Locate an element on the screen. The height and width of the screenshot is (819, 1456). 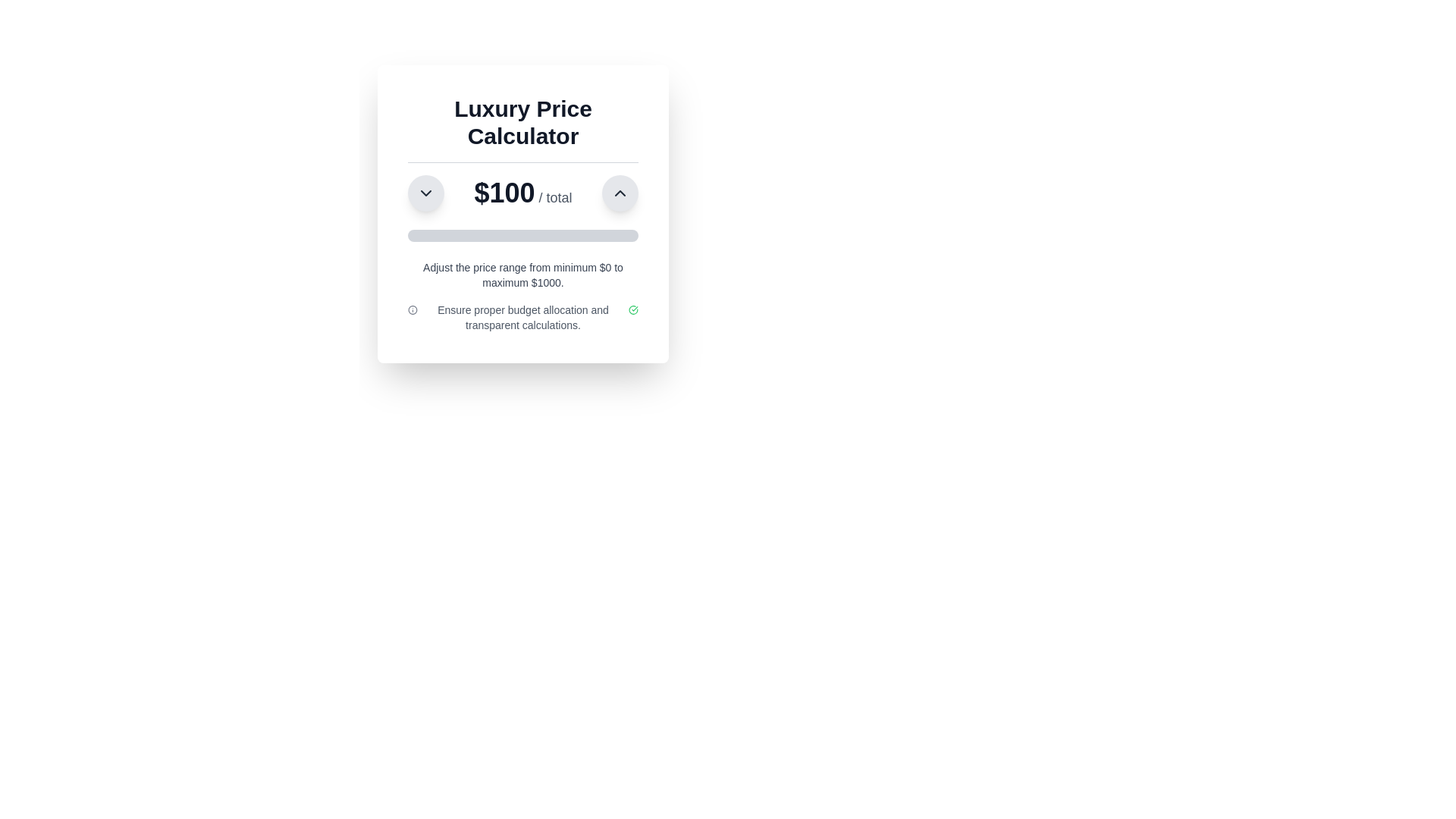
the slider's value is located at coordinates (426, 236).